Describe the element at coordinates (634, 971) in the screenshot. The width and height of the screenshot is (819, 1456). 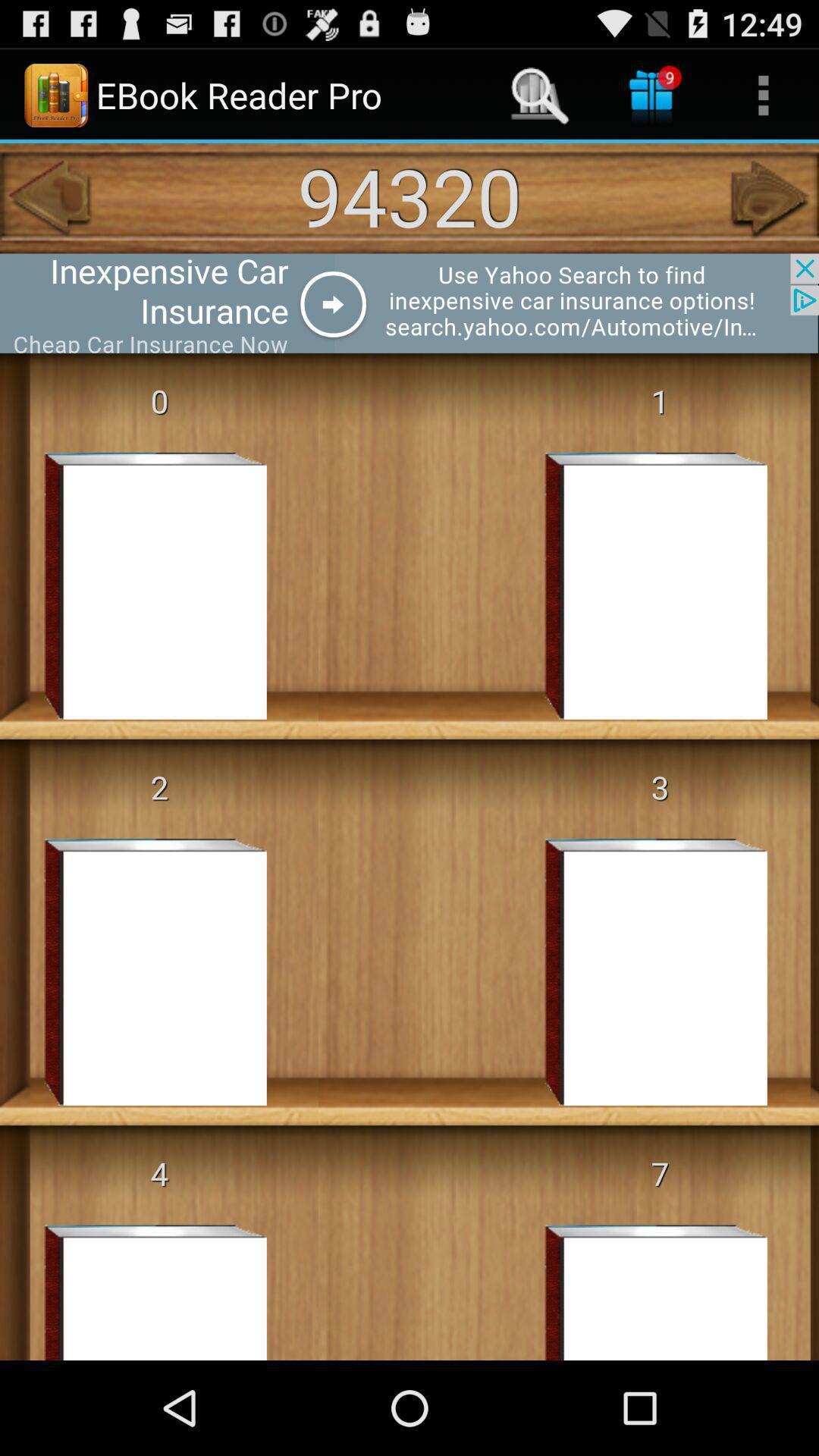
I see `the book which is below the number 3` at that location.